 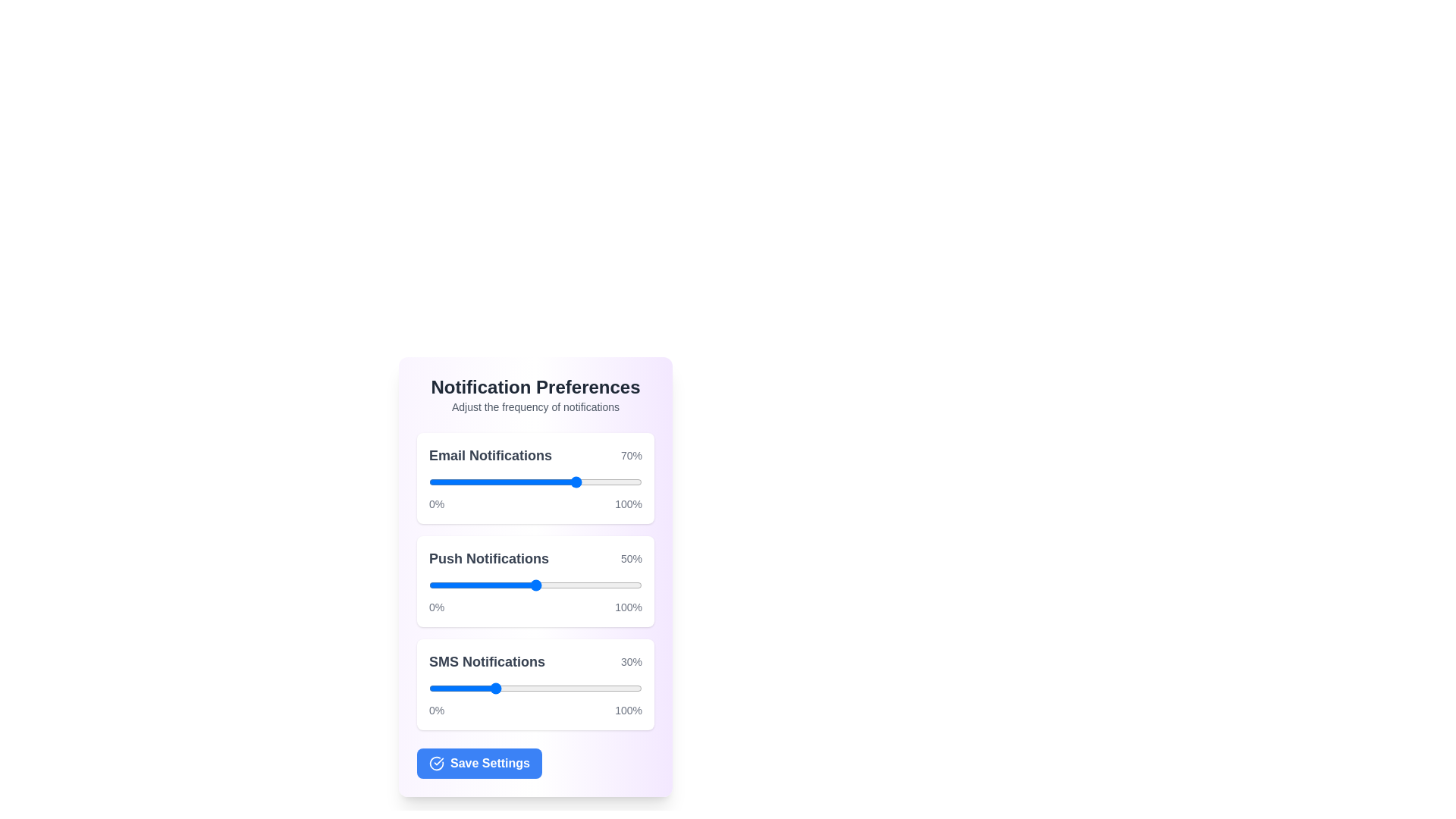 I want to click on SMS notification slider, so click(x=577, y=688).